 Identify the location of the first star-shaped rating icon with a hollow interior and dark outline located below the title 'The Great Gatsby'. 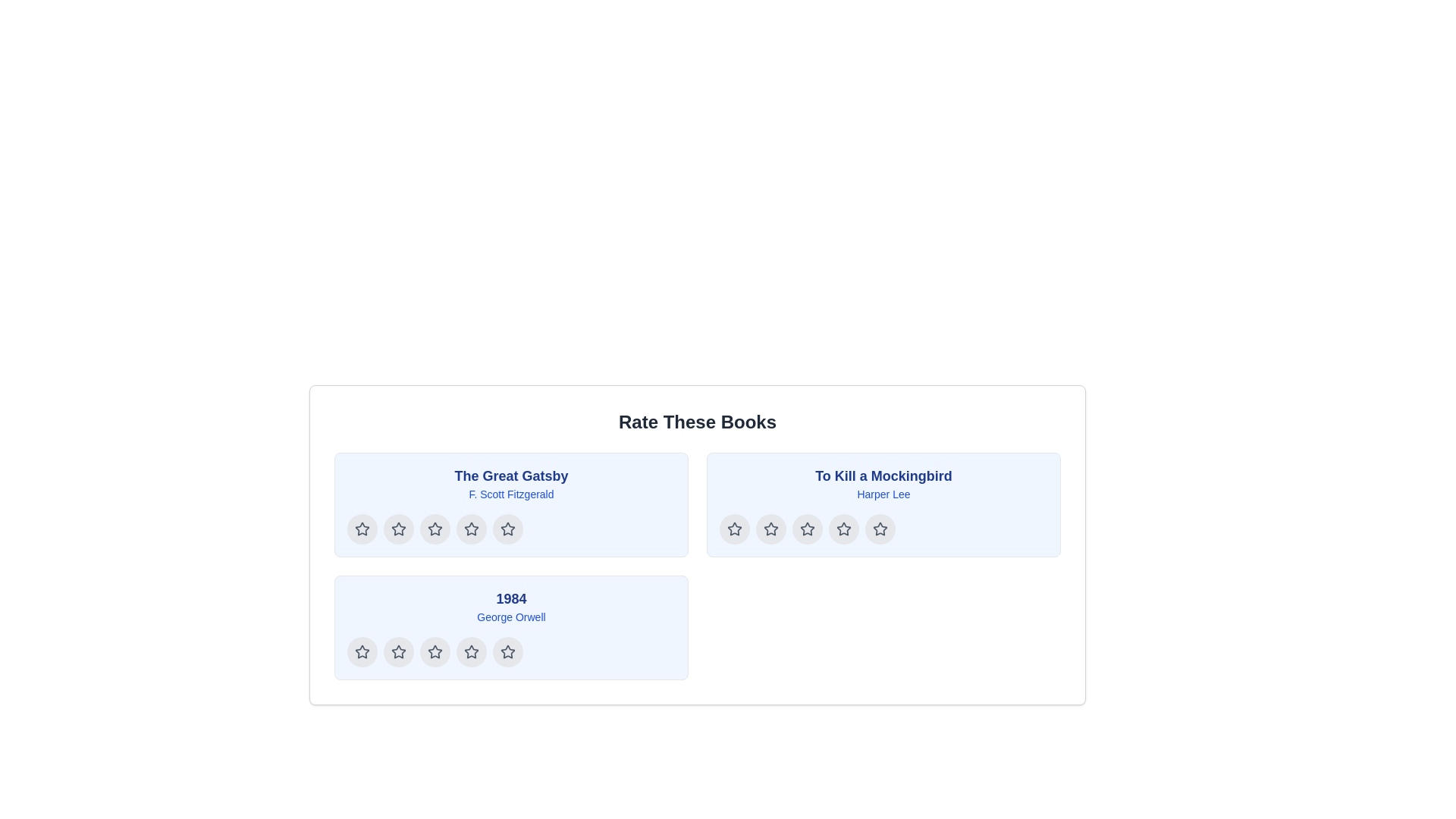
(399, 528).